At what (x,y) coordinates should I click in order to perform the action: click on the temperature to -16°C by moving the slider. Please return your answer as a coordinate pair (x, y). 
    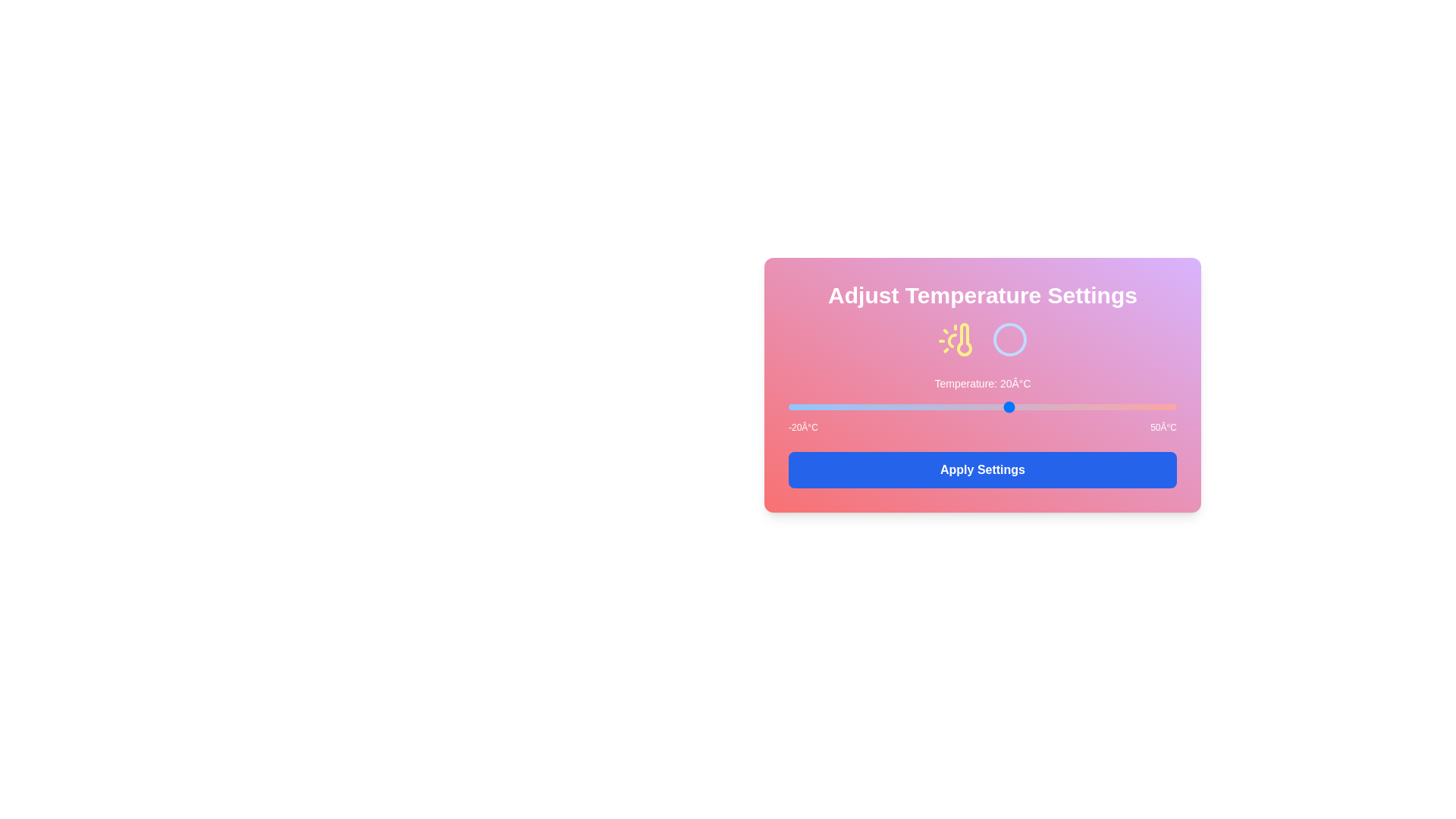
    Looking at the image, I should click on (810, 406).